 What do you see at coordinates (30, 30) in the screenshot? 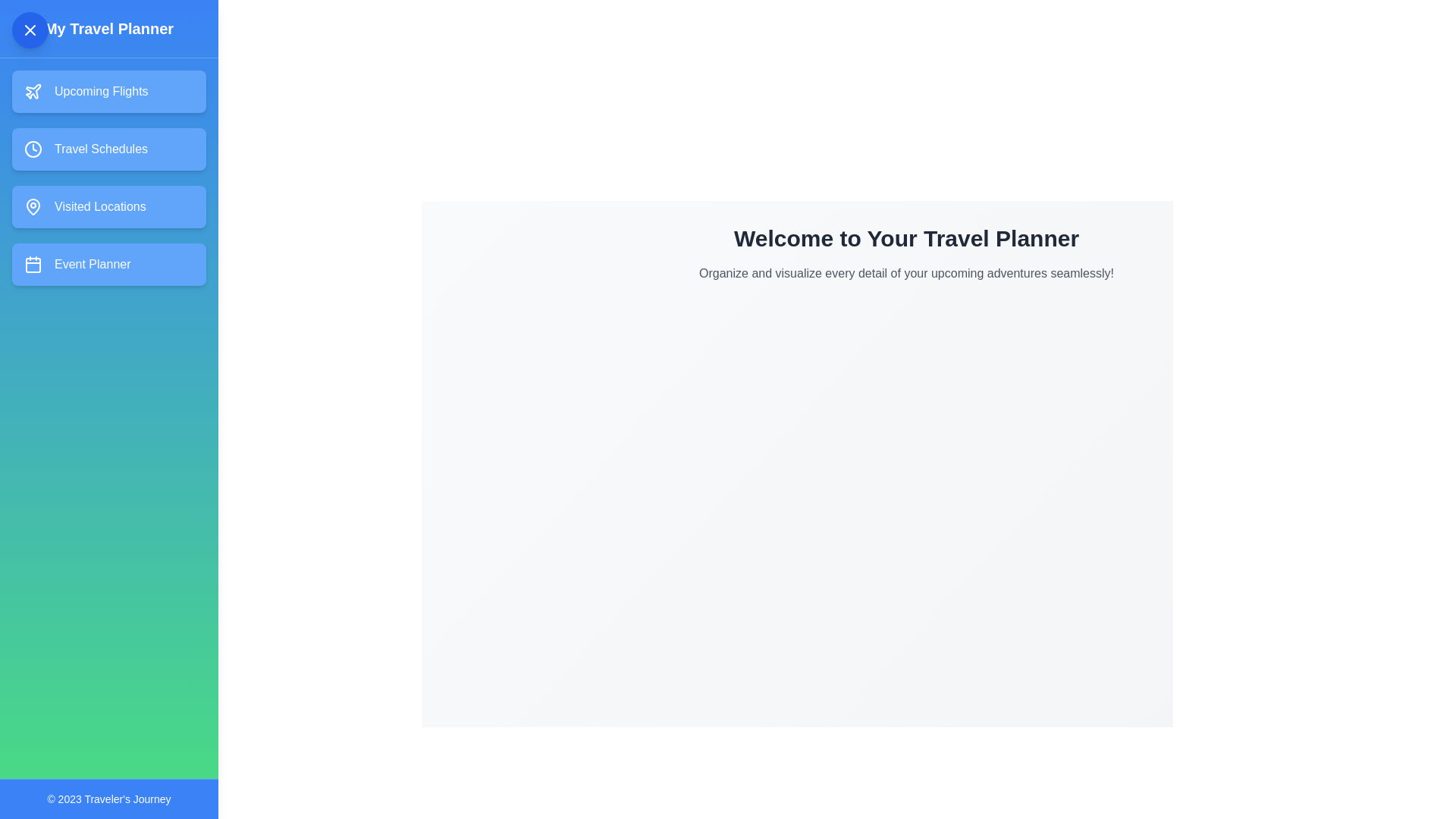
I see `the close button located in the top-left corner of the application interface` at bounding box center [30, 30].